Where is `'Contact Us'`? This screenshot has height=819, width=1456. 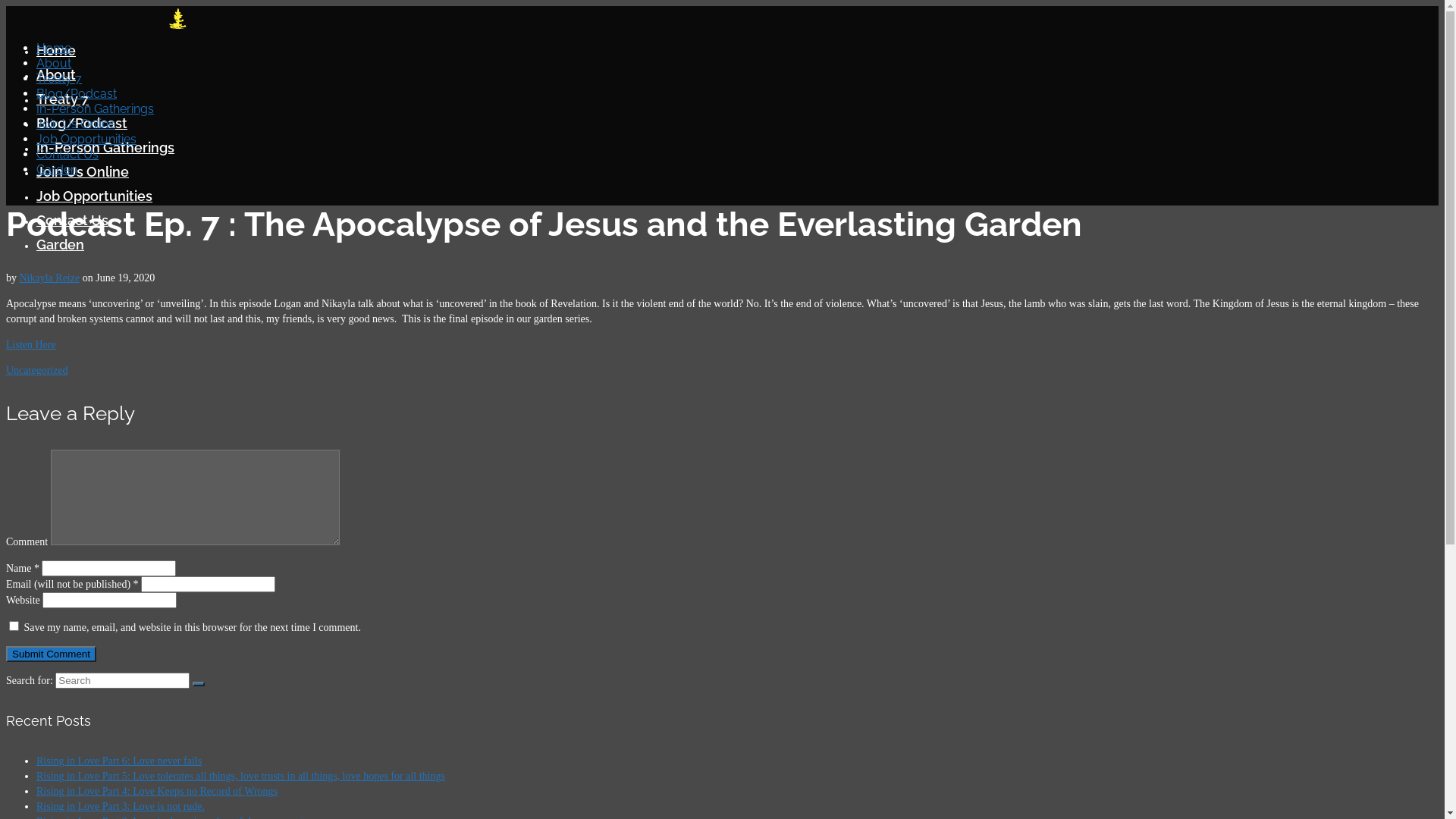 'Contact Us' is located at coordinates (67, 154).